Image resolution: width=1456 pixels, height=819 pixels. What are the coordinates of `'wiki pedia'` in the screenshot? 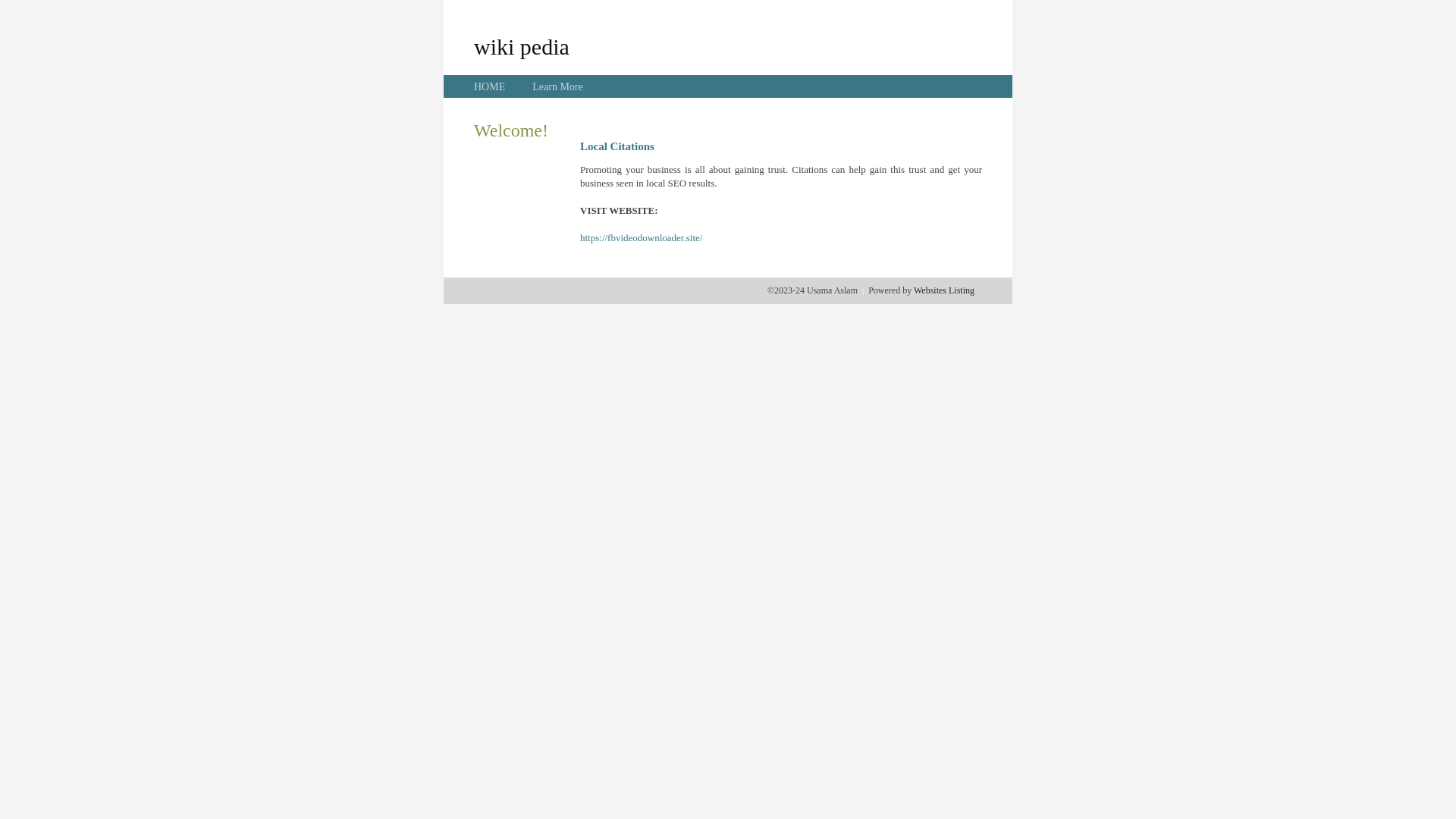 It's located at (521, 45).